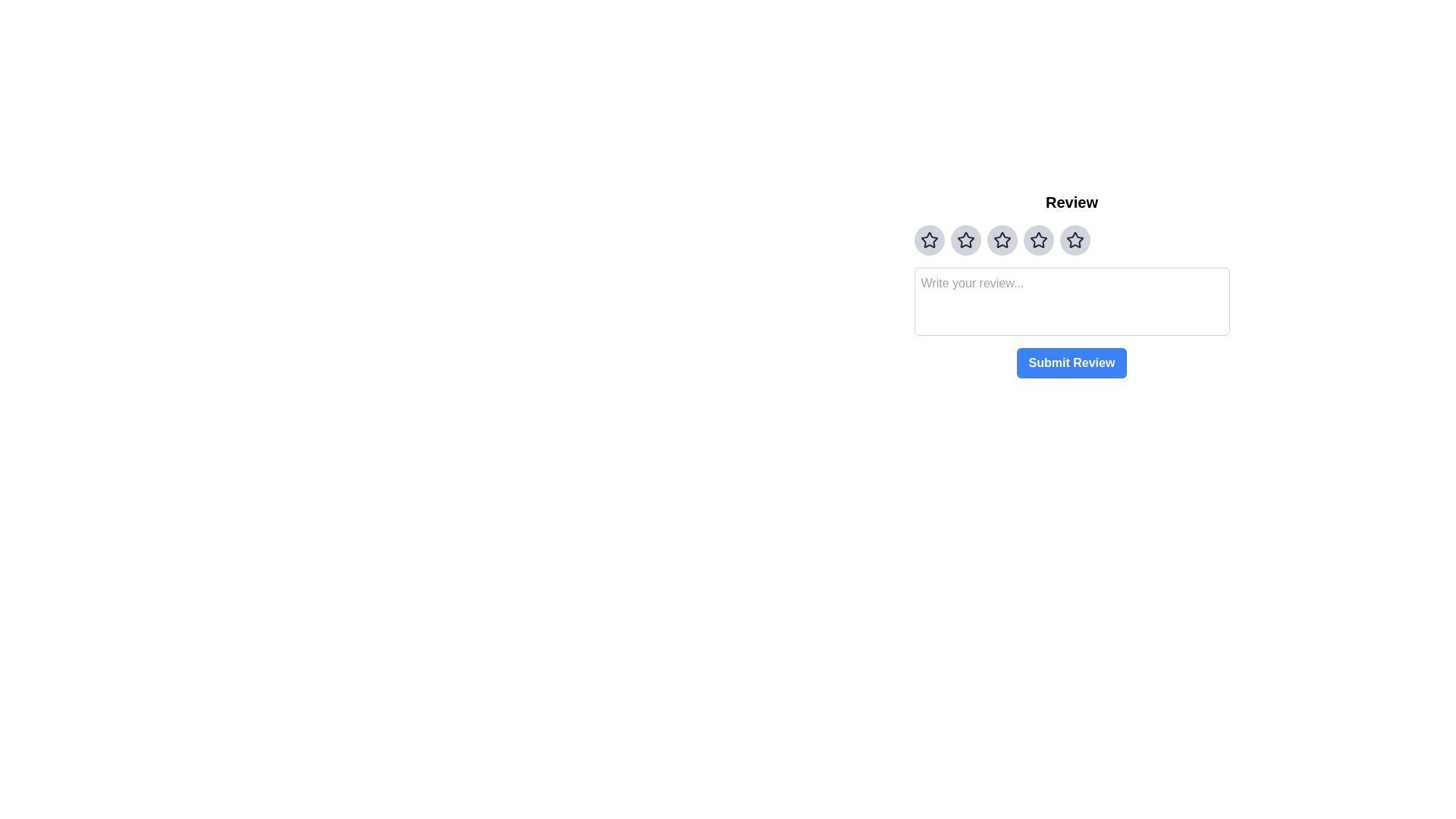 Image resolution: width=1456 pixels, height=819 pixels. What do you see at coordinates (965, 239) in the screenshot?
I see `the third star icon in the rating scale` at bounding box center [965, 239].